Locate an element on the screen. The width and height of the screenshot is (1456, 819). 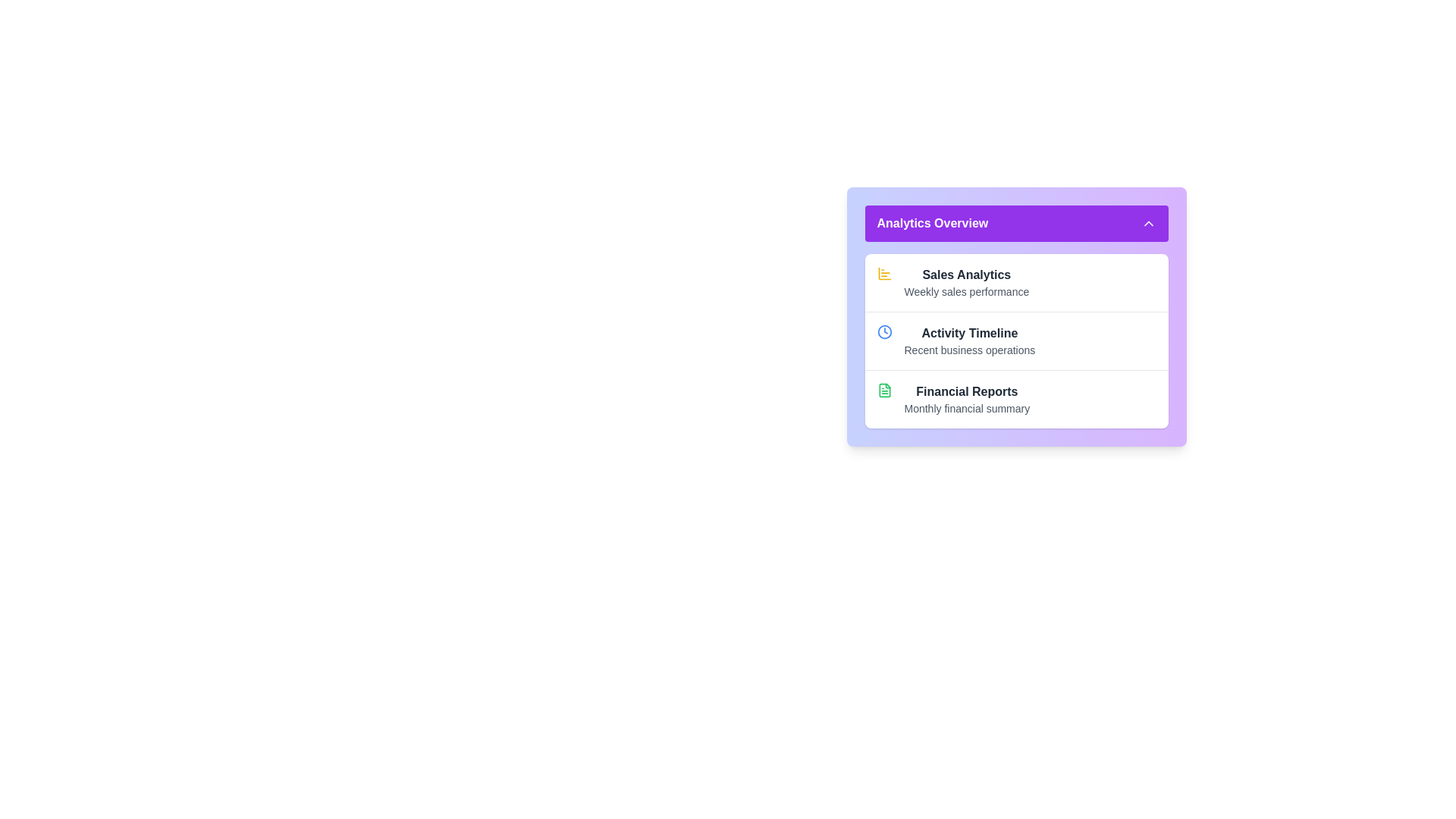
the small green text file icon located next to the 'Financial Reports' label in the 'Analytics Overview' section to observe its tooltip or additional information is located at coordinates (884, 390).